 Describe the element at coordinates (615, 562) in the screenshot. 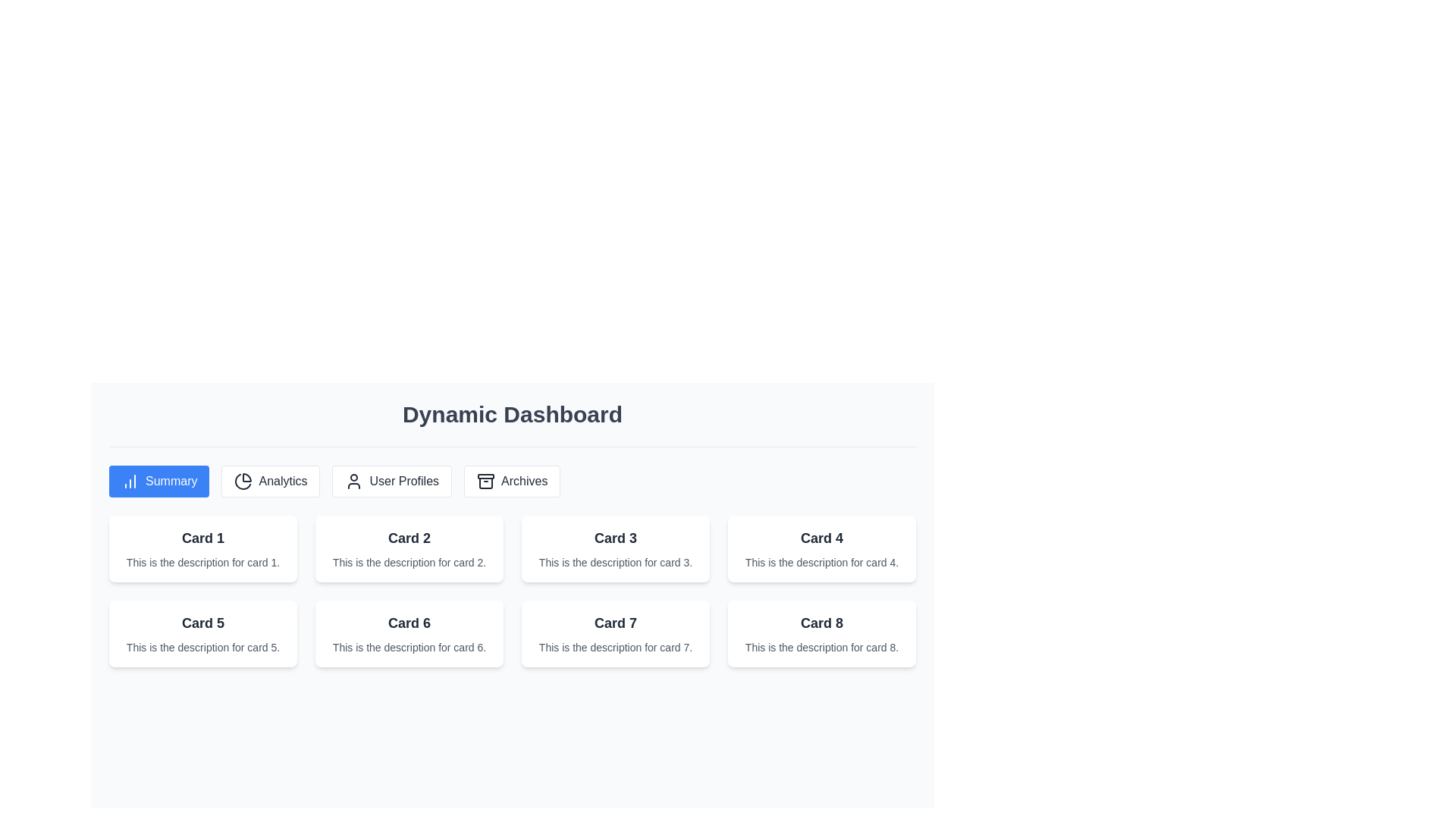

I see `the Text Label that describes 'This is the description for card 3.' located in 'Card 3' below the main header` at that location.